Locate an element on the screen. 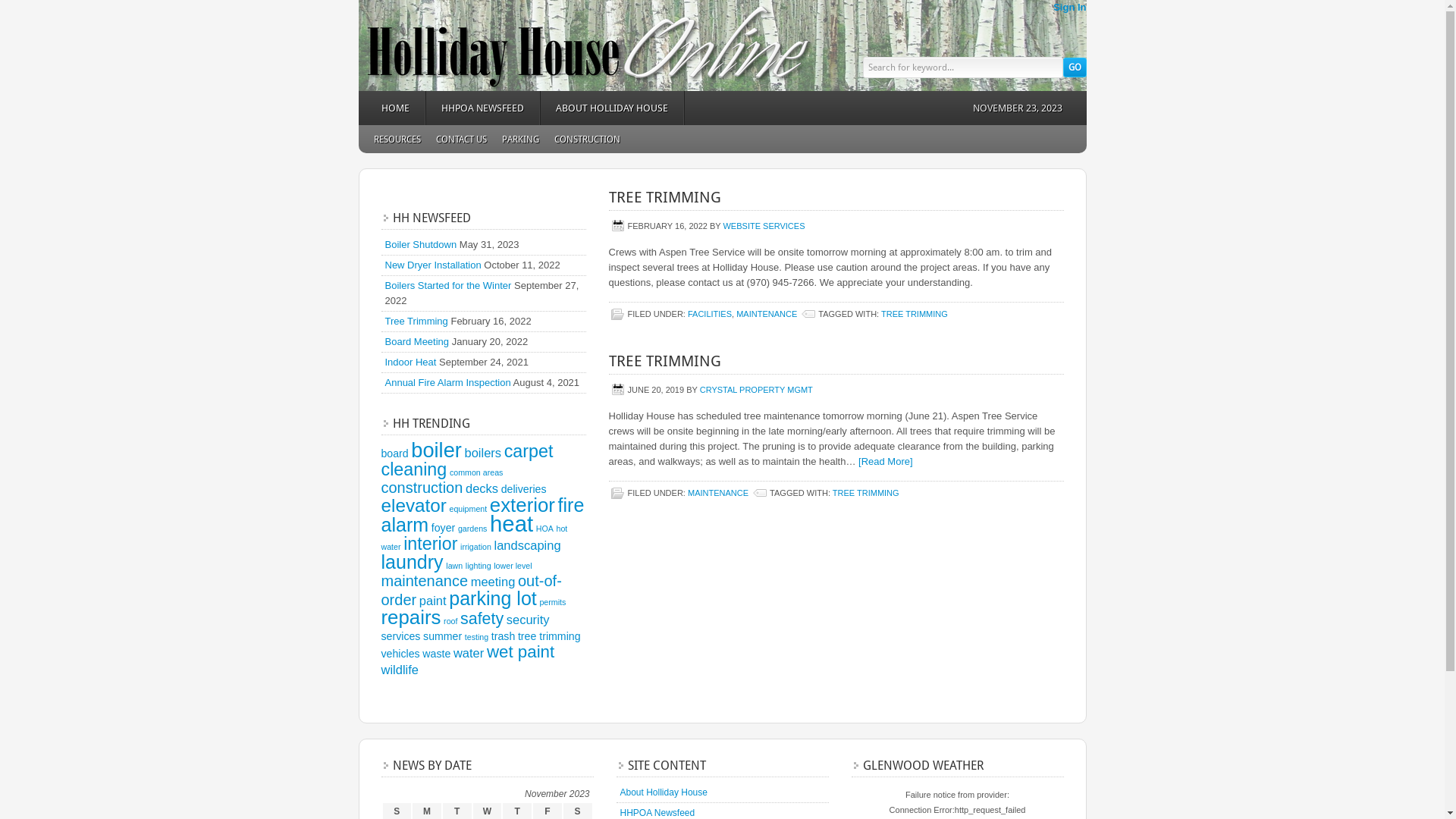  'RESOURCES' is located at coordinates (397, 139).